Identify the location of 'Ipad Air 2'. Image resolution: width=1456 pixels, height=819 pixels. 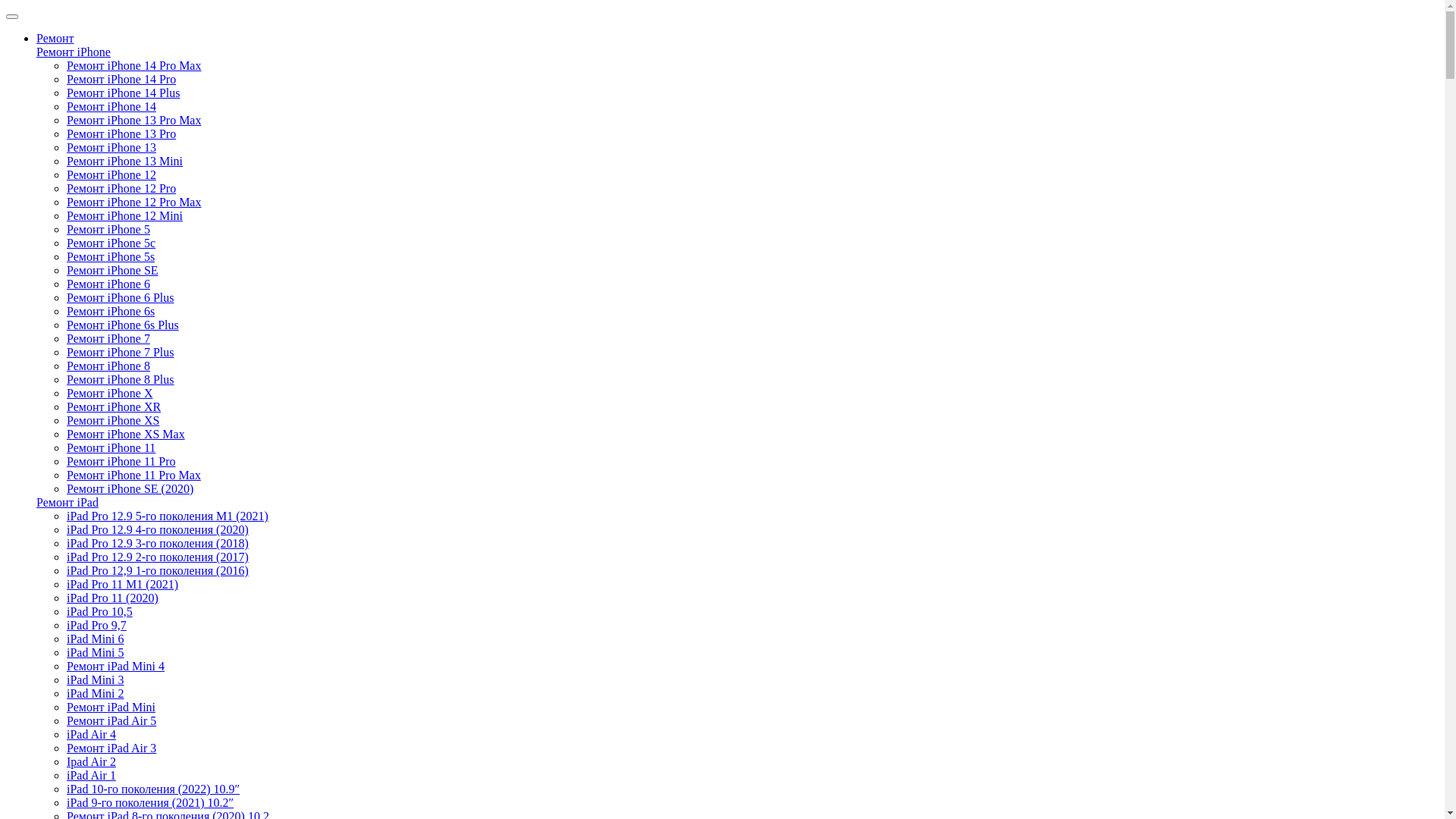
(90, 761).